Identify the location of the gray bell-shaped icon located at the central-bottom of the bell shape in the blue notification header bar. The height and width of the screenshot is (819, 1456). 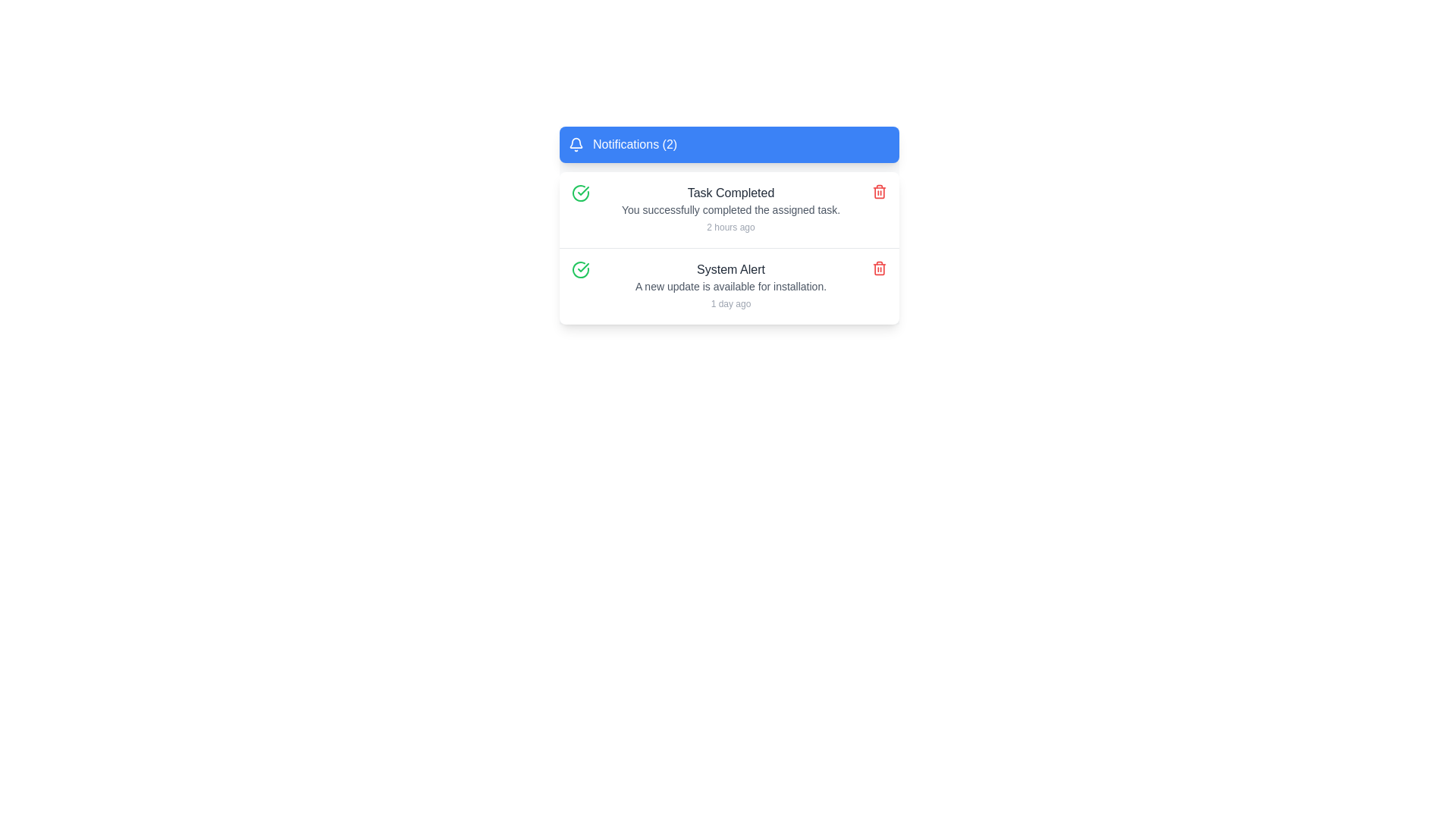
(575, 143).